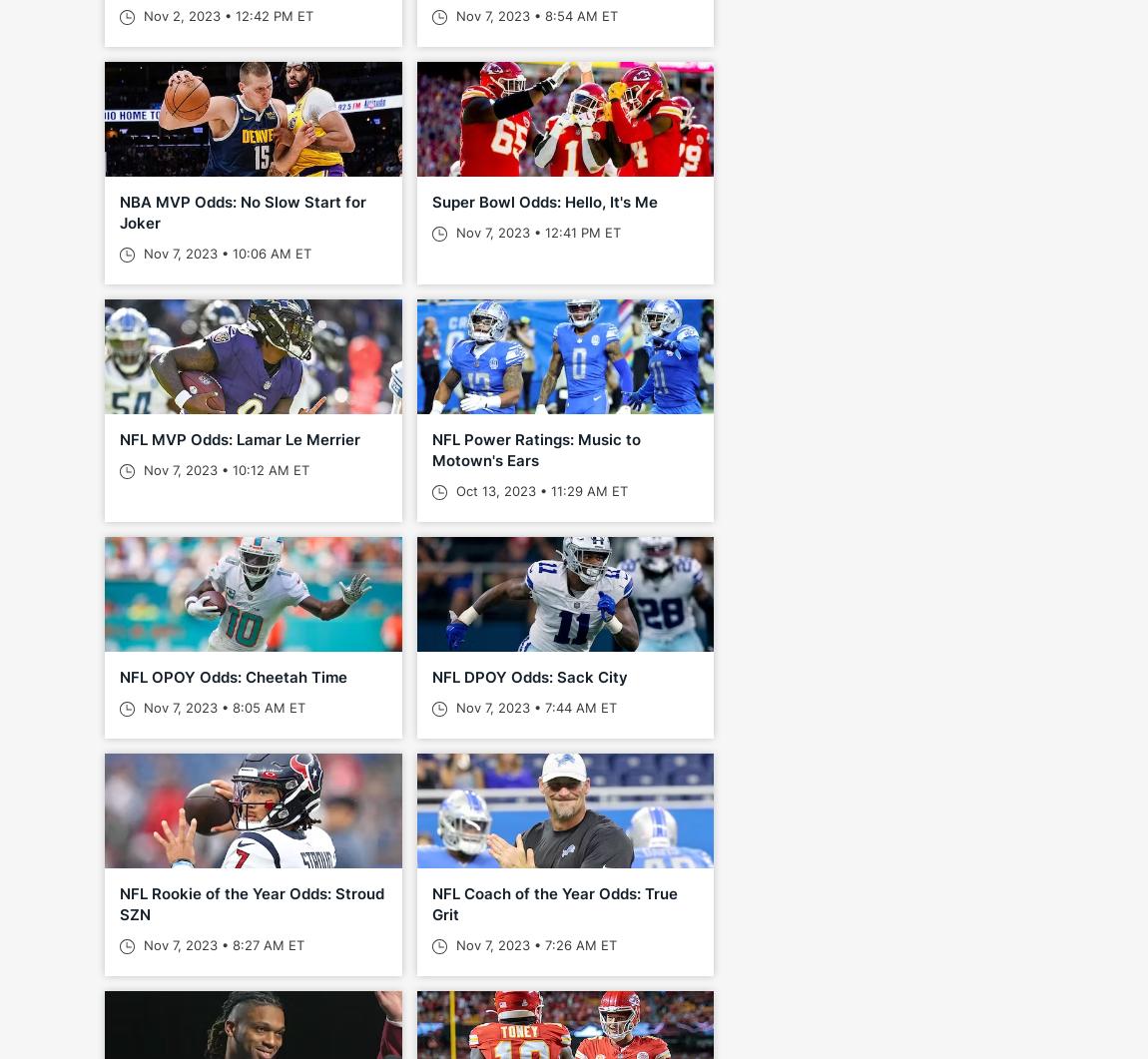 The image size is (1148, 1059). Describe the element at coordinates (529, 676) in the screenshot. I see `'NFL DPOY Odds: Sack City'` at that location.